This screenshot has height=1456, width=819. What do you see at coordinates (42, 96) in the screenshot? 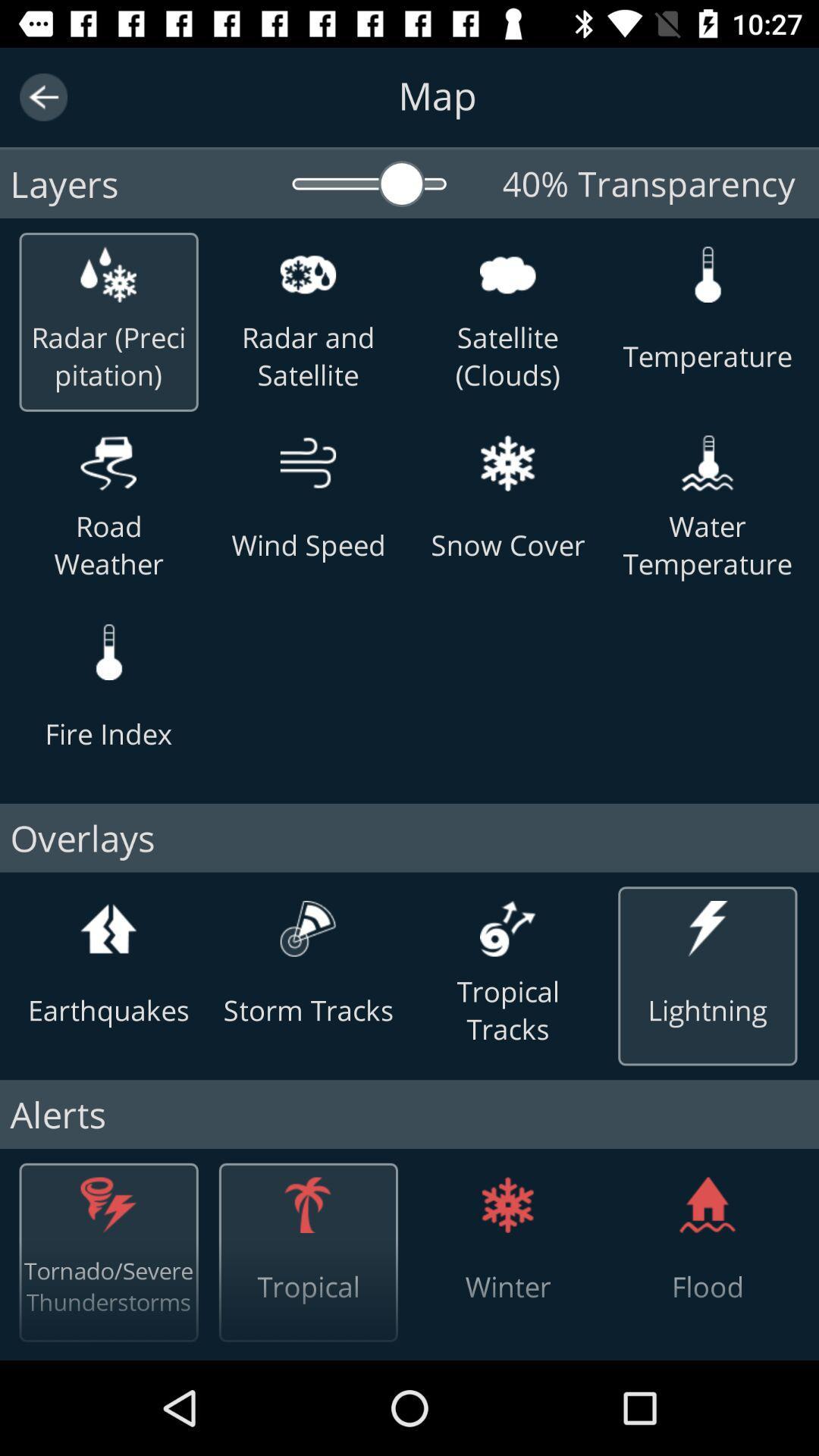
I see `the arrow_backward icon` at bounding box center [42, 96].